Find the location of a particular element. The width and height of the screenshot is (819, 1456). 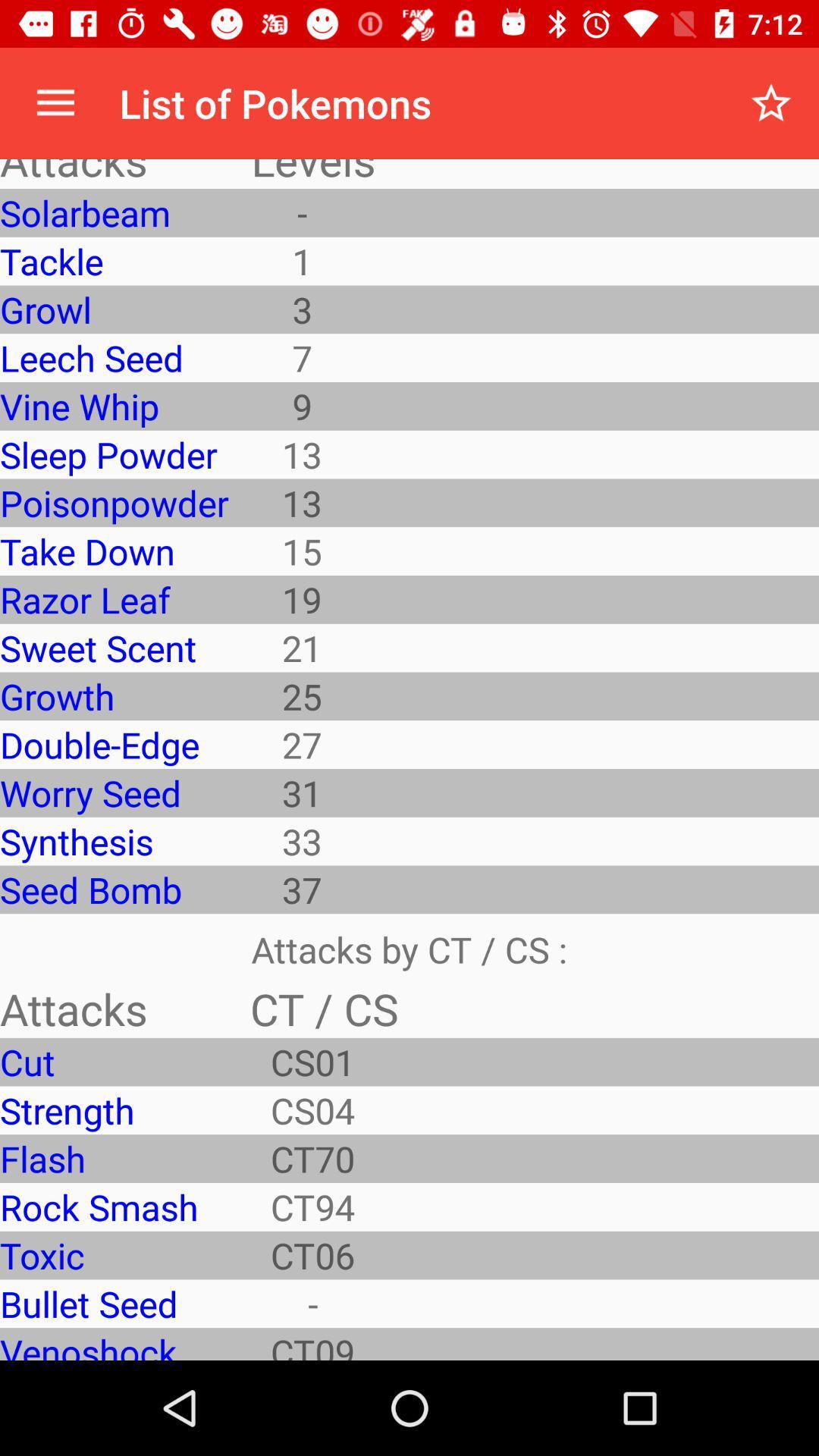

item to the left of 31 icon is located at coordinates (113, 840).